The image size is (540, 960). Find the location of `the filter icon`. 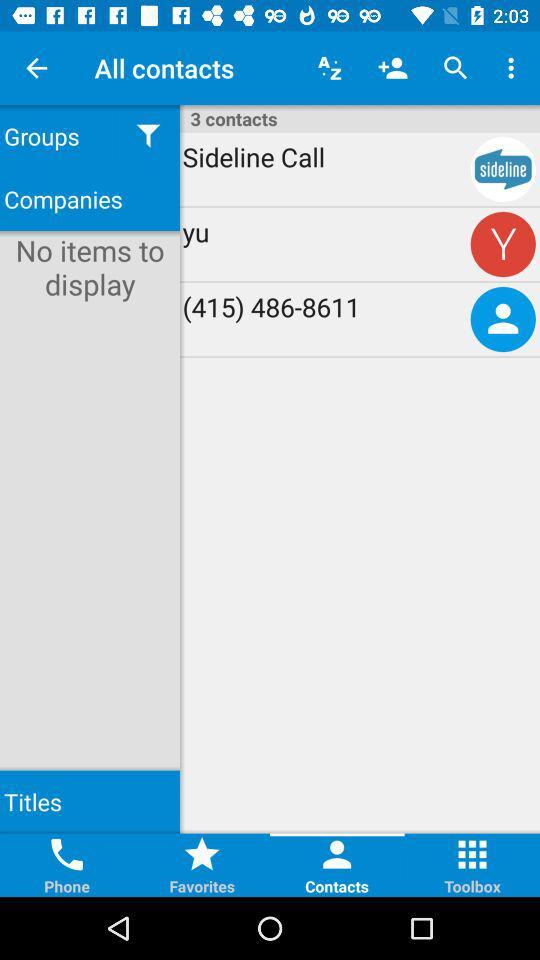

the filter icon is located at coordinates (147, 135).